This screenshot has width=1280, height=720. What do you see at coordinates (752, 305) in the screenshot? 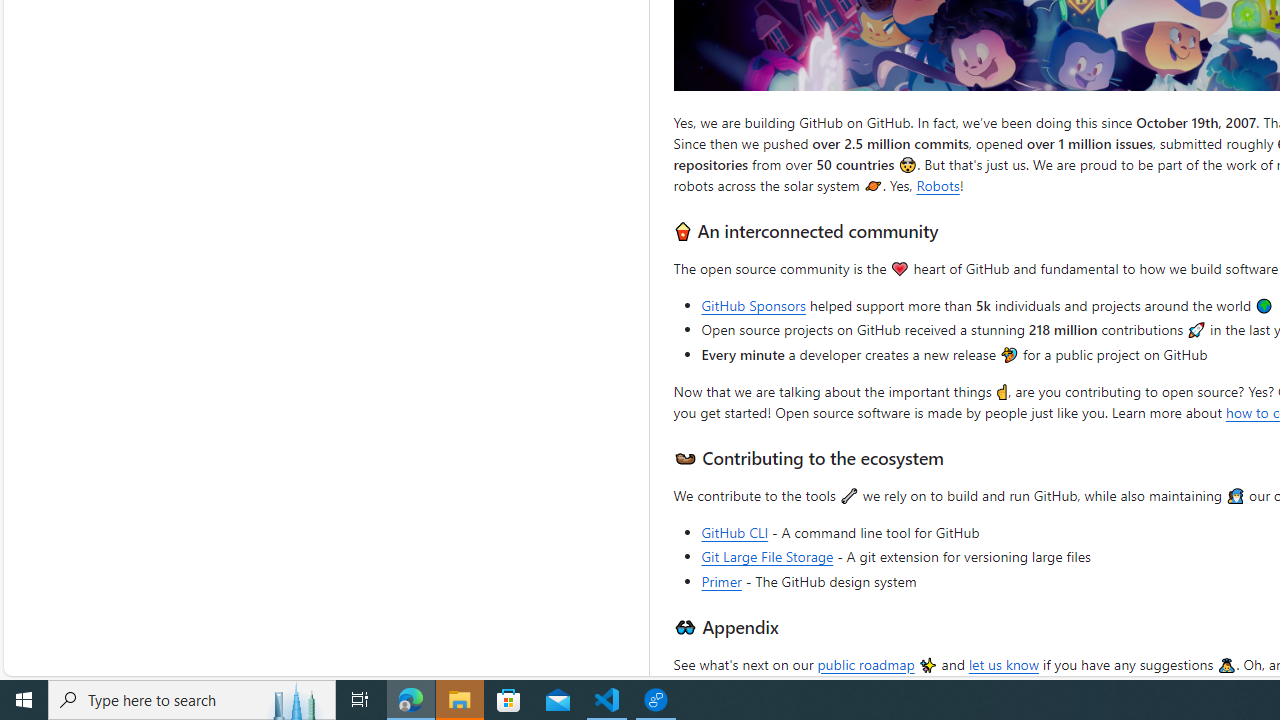
I see `'GitHub Sponsors'` at bounding box center [752, 305].